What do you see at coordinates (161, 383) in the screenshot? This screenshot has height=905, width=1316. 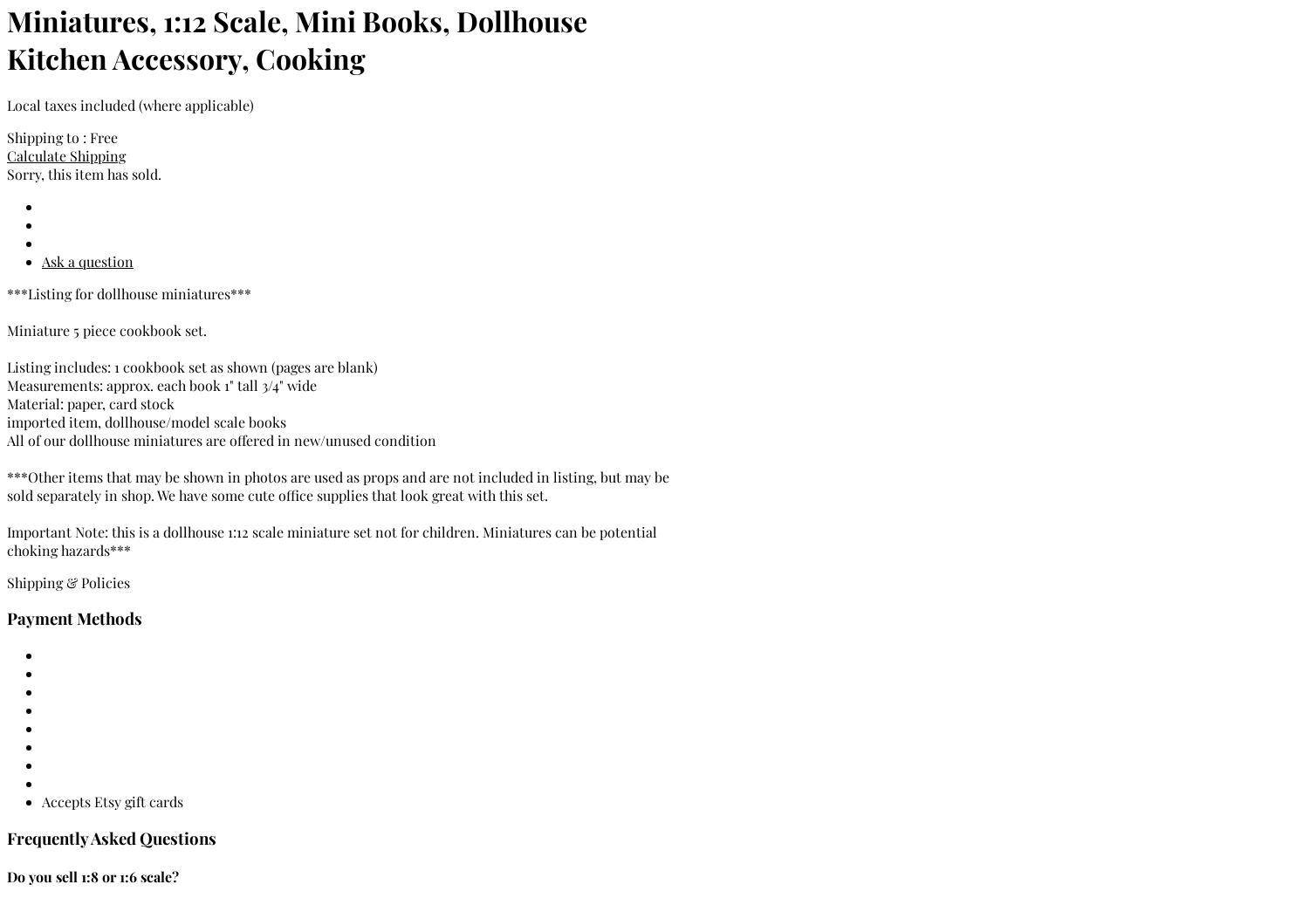 I see `'Measurements: approx. each book 1" tall 3/4" wide'` at bounding box center [161, 383].